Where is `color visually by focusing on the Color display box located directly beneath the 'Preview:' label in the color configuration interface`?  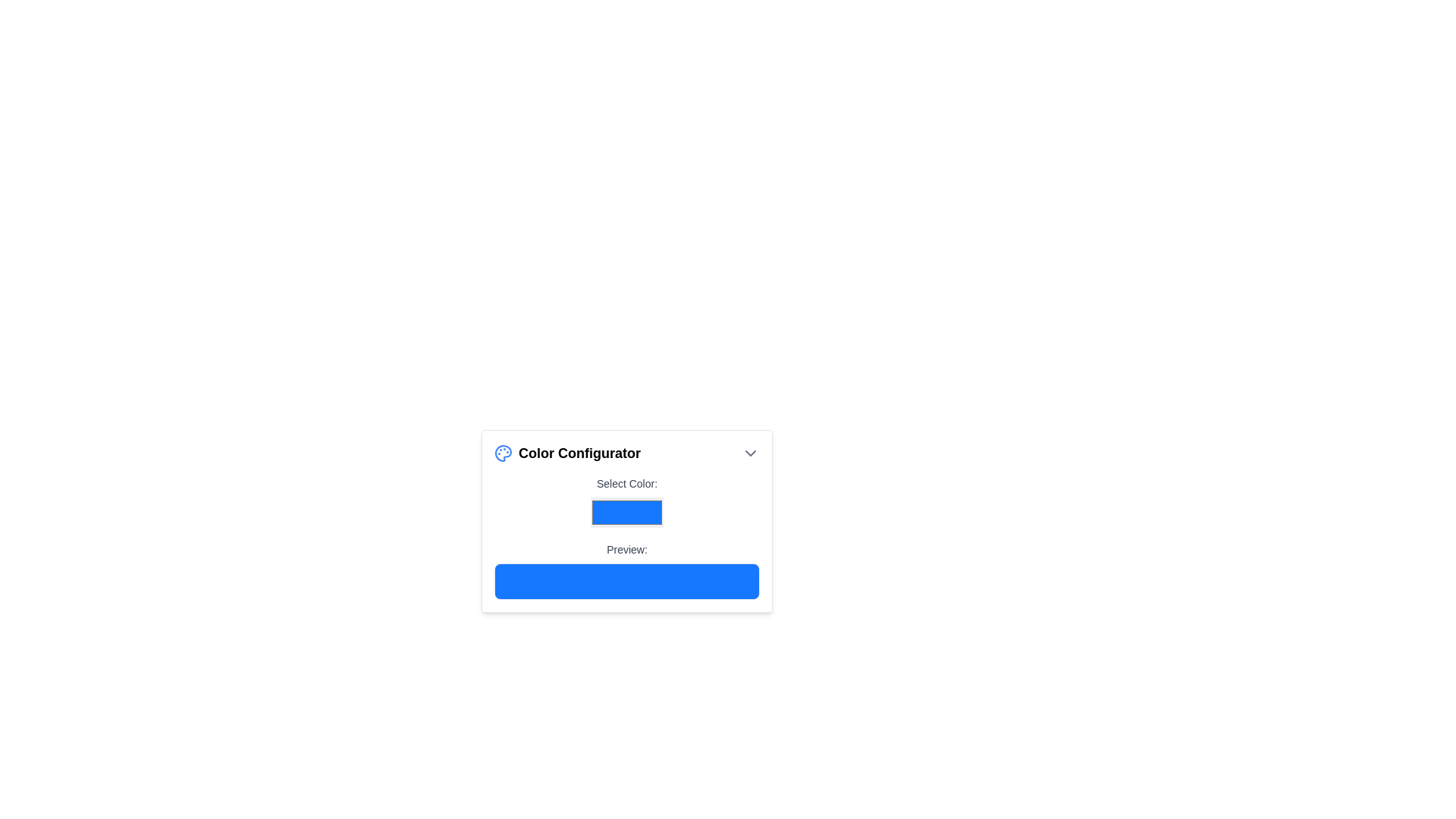 color visually by focusing on the Color display box located directly beneath the 'Preview:' label in the color configuration interface is located at coordinates (626, 581).